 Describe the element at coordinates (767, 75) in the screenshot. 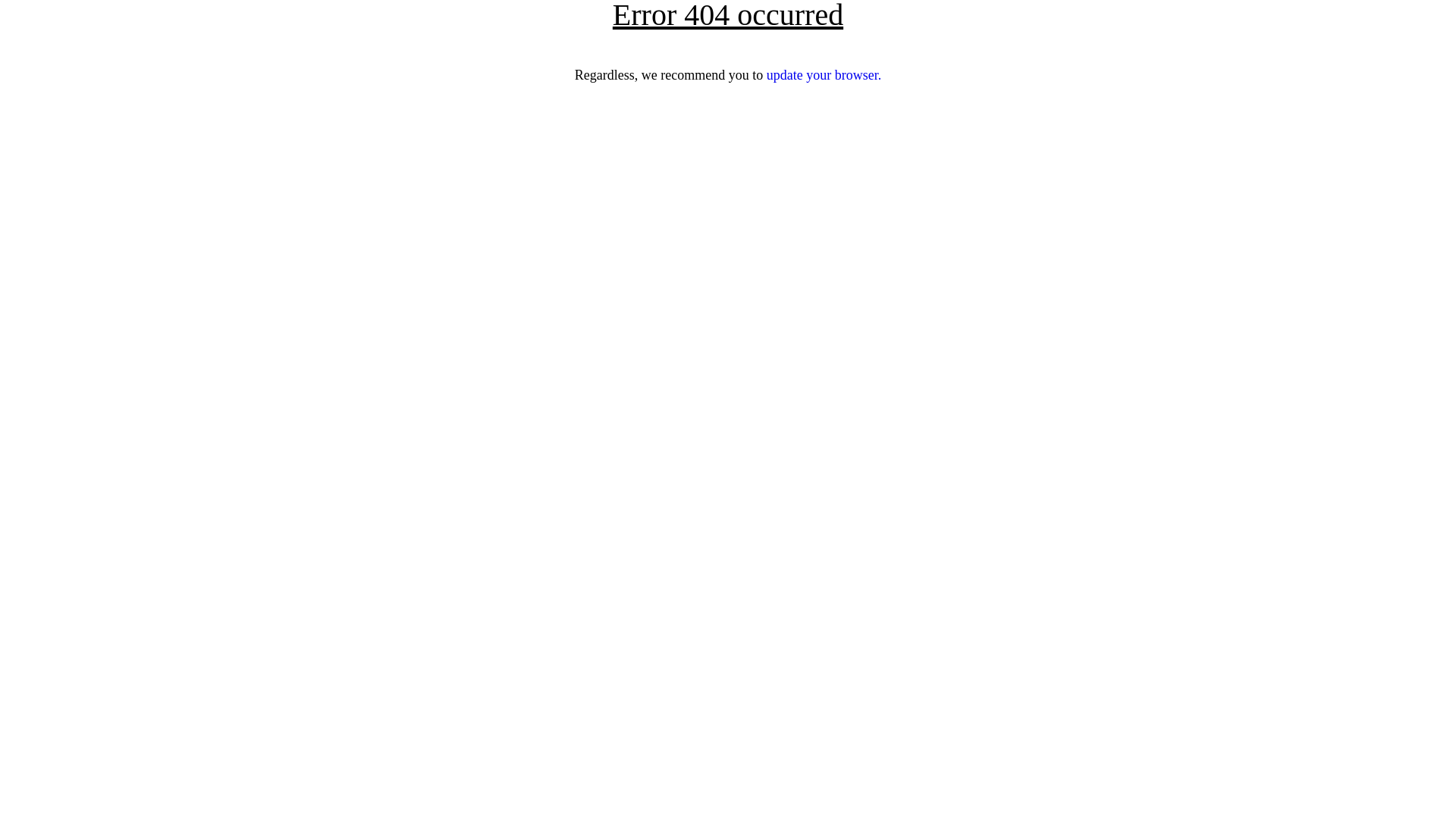

I see `'update your browser.'` at that location.